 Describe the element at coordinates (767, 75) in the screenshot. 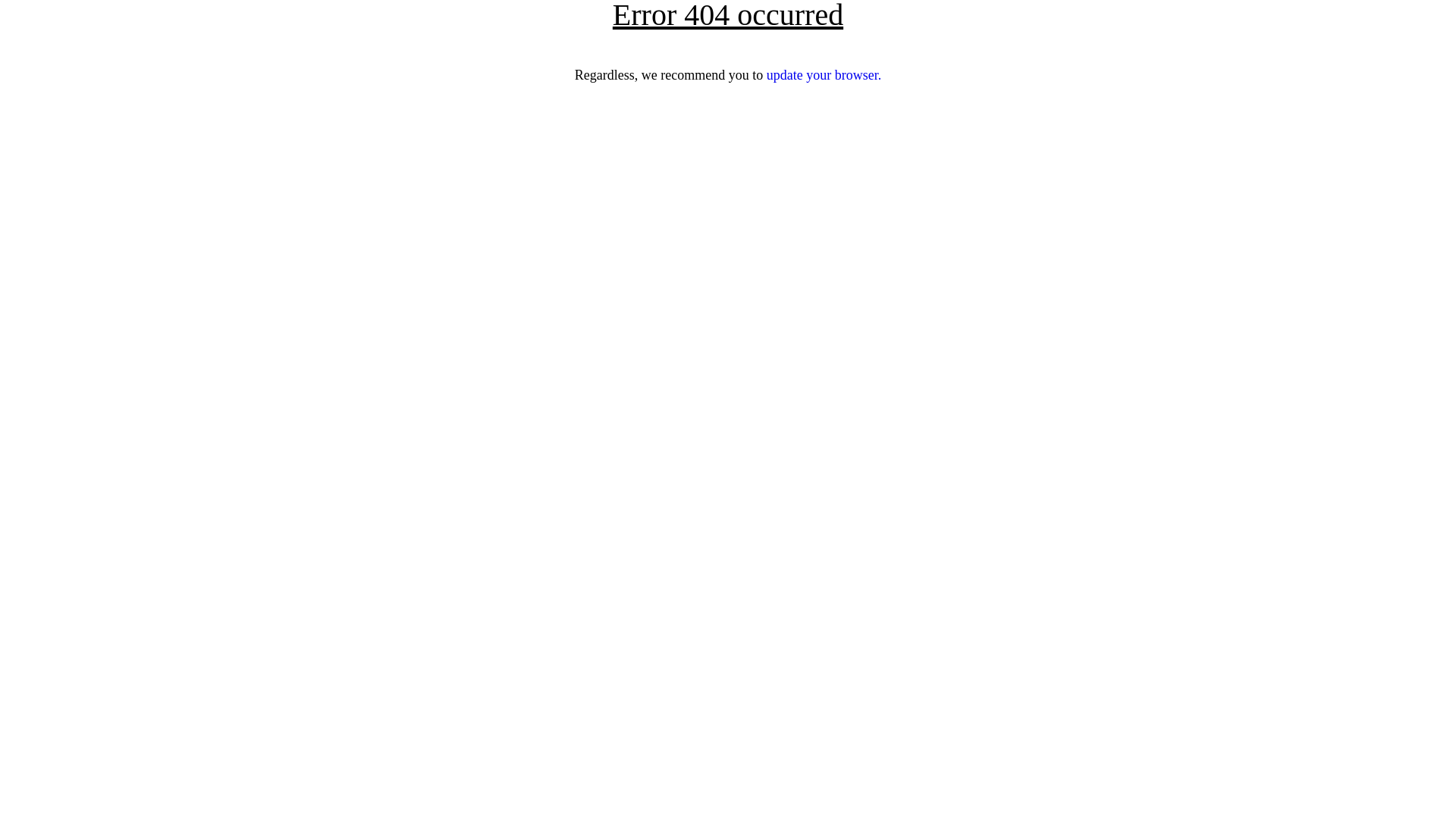

I see `'update your browser.'` at that location.